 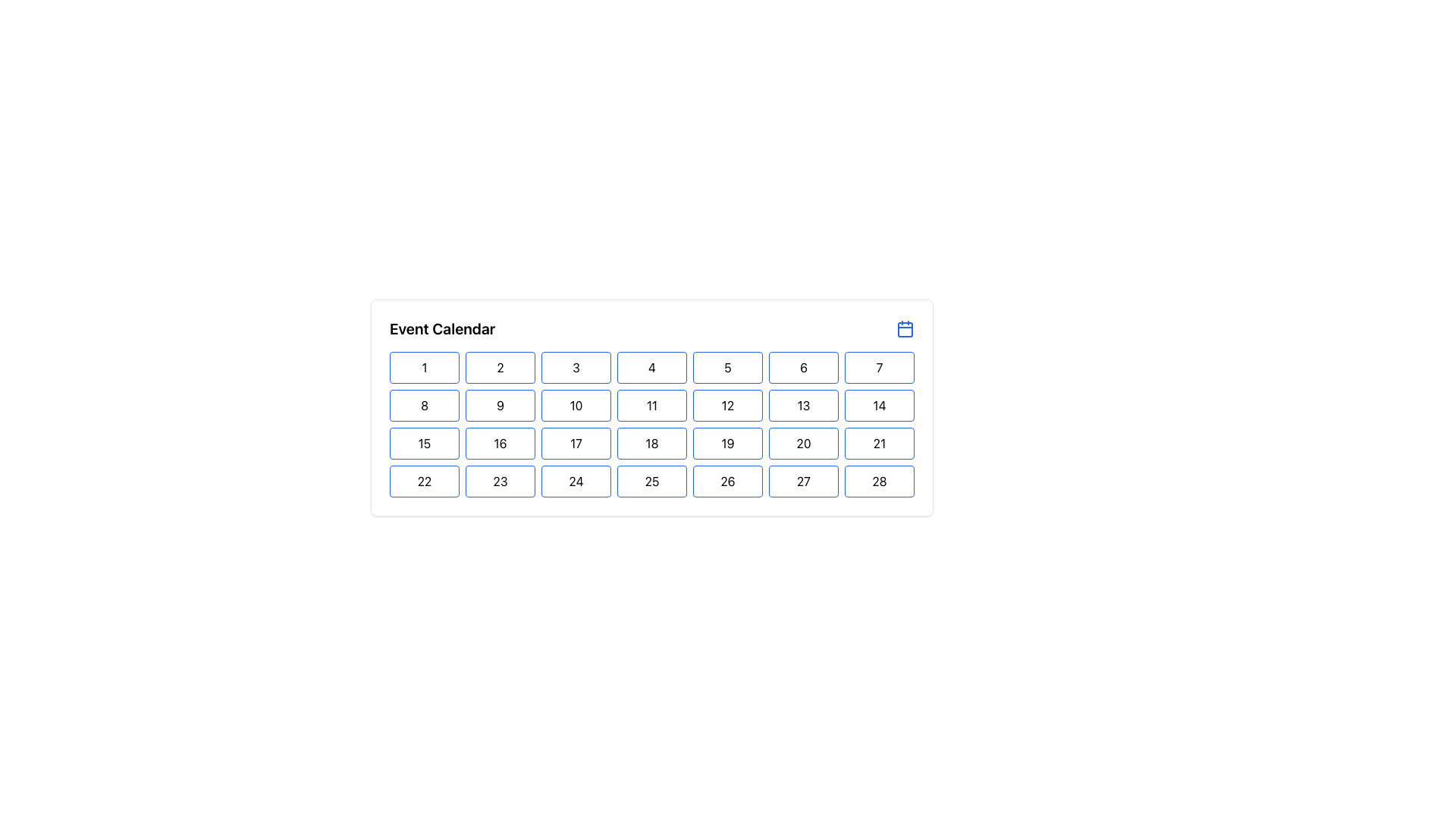 What do you see at coordinates (880, 405) in the screenshot?
I see `the button representing the number 14 in the Event Calendar` at bounding box center [880, 405].